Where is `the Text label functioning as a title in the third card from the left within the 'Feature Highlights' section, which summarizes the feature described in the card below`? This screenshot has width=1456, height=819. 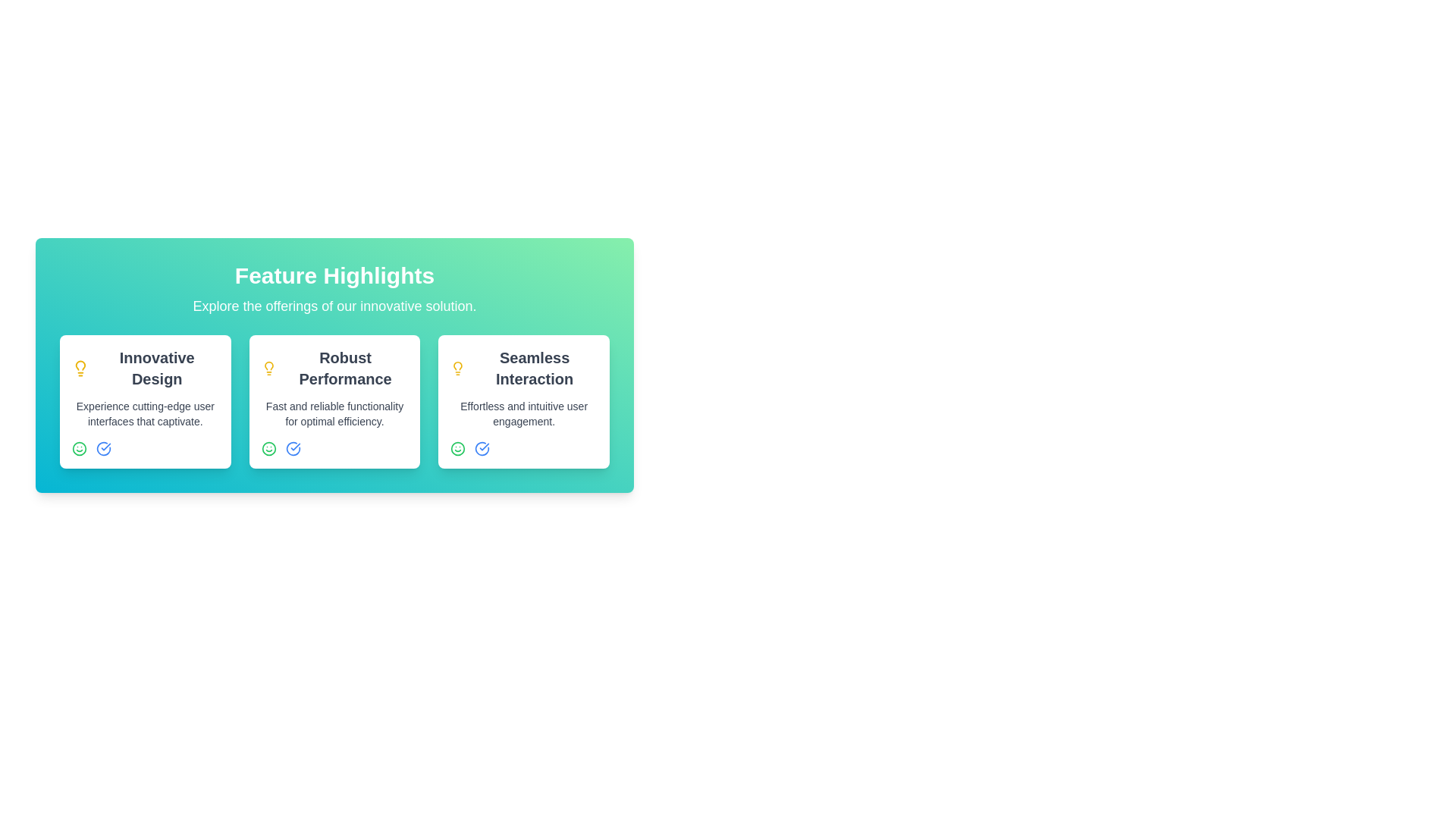
the Text label functioning as a title in the third card from the left within the 'Feature Highlights' section, which summarizes the feature described in the card below is located at coordinates (524, 369).